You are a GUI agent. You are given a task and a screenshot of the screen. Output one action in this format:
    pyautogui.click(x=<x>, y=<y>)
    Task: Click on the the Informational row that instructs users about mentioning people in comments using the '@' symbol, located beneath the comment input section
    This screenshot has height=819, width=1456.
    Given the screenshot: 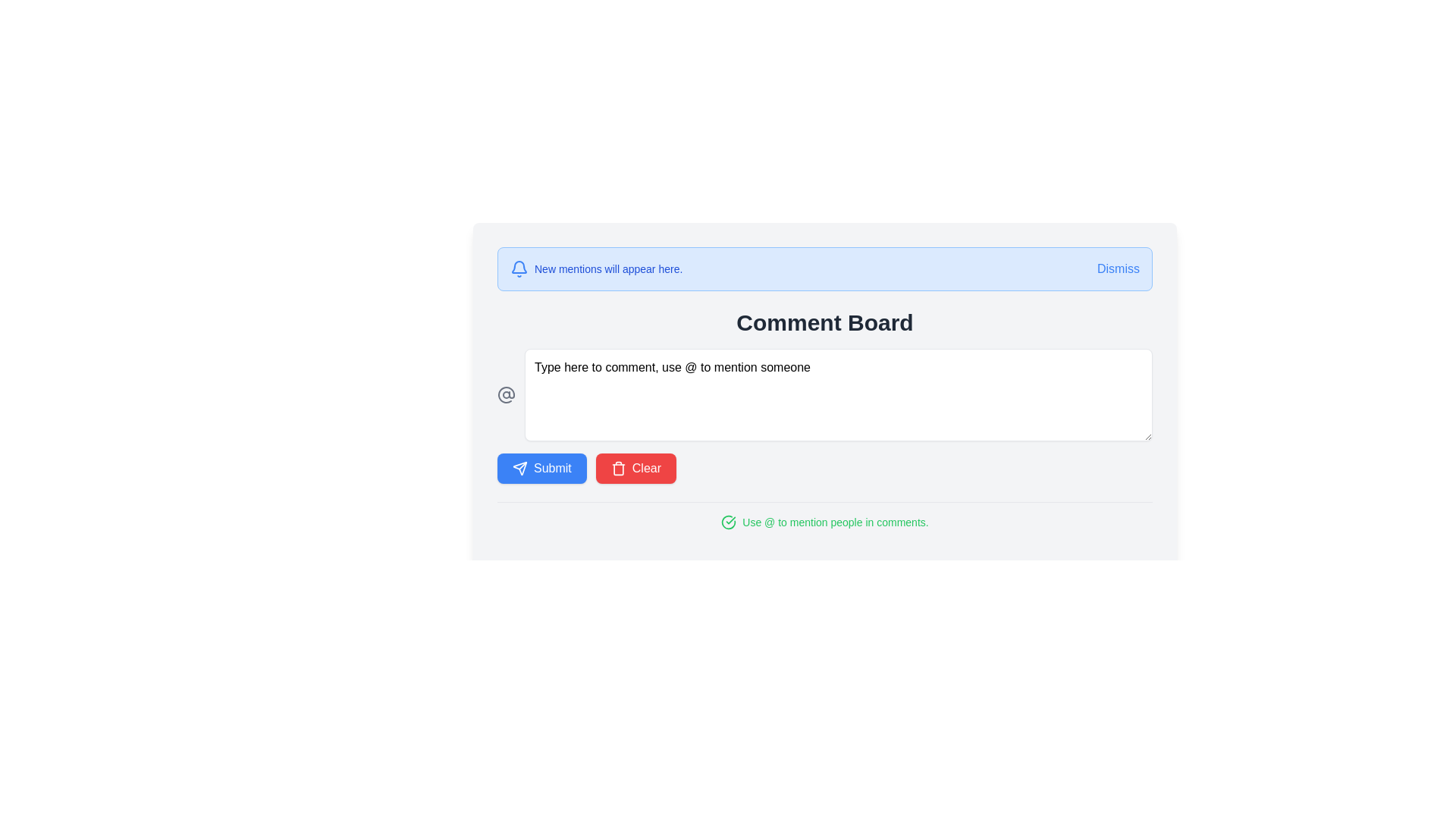 What is the action you would take?
    pyautogui.click(x=824, y=522)
    